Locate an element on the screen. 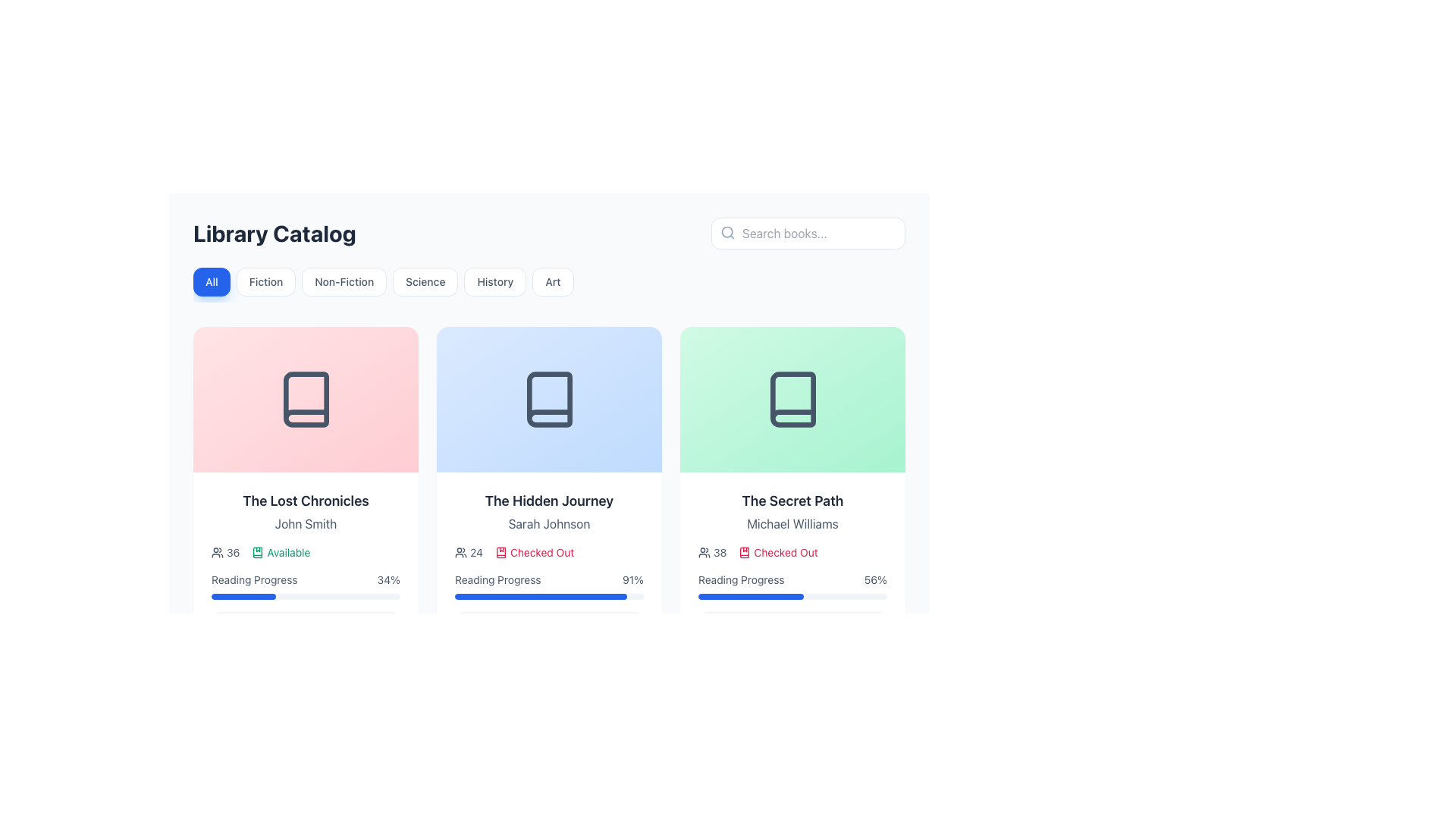 Image resolution: width=1456 pixels, height=819 pixels. numeric value '24' indicating a count, which is styled in gray and located under the title and author information of the second book card, to the left of the 'Checked Out' text is located at coordinates (468, 553).